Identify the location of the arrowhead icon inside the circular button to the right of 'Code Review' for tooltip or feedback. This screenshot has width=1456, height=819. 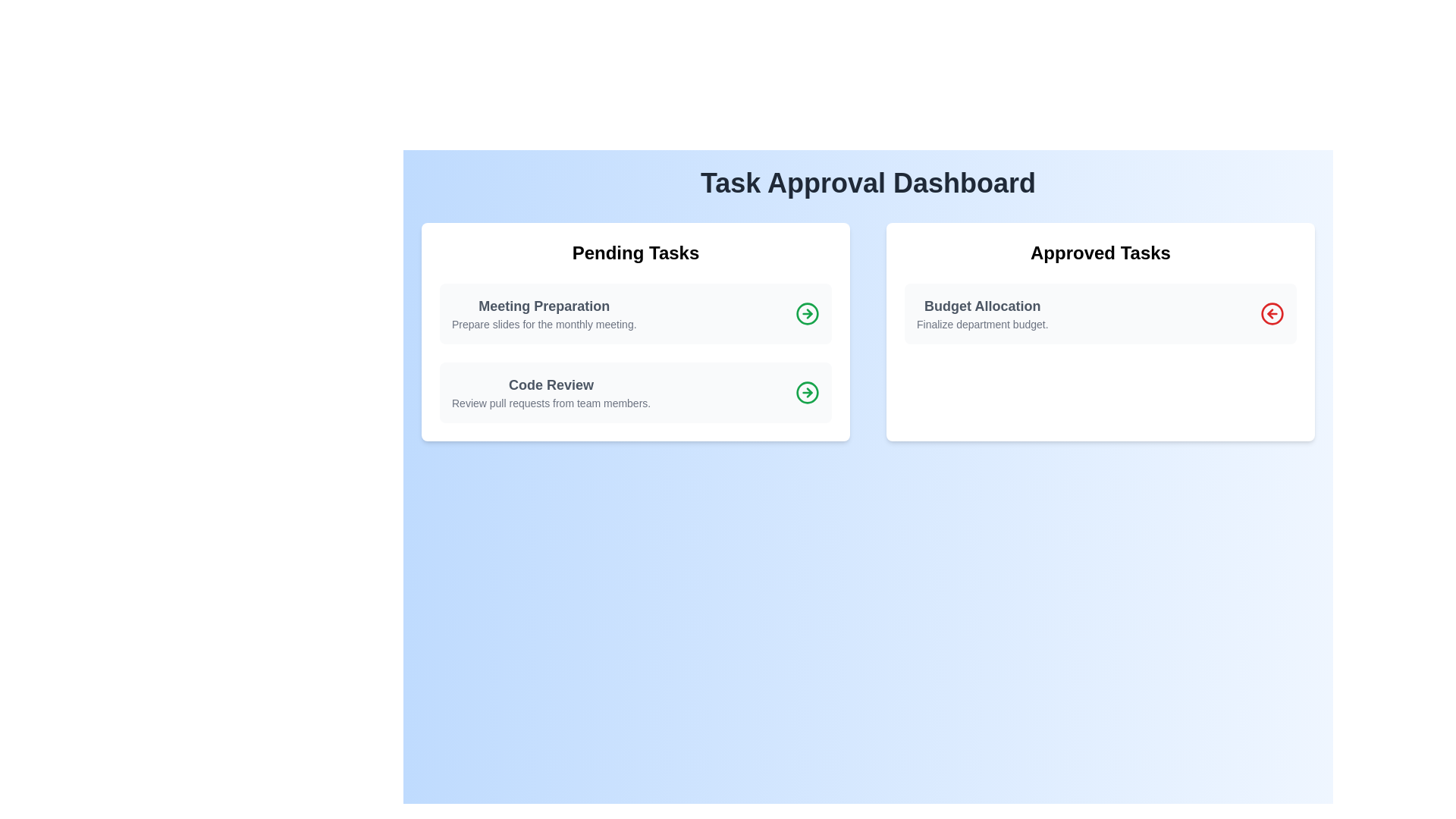
(808, 312).